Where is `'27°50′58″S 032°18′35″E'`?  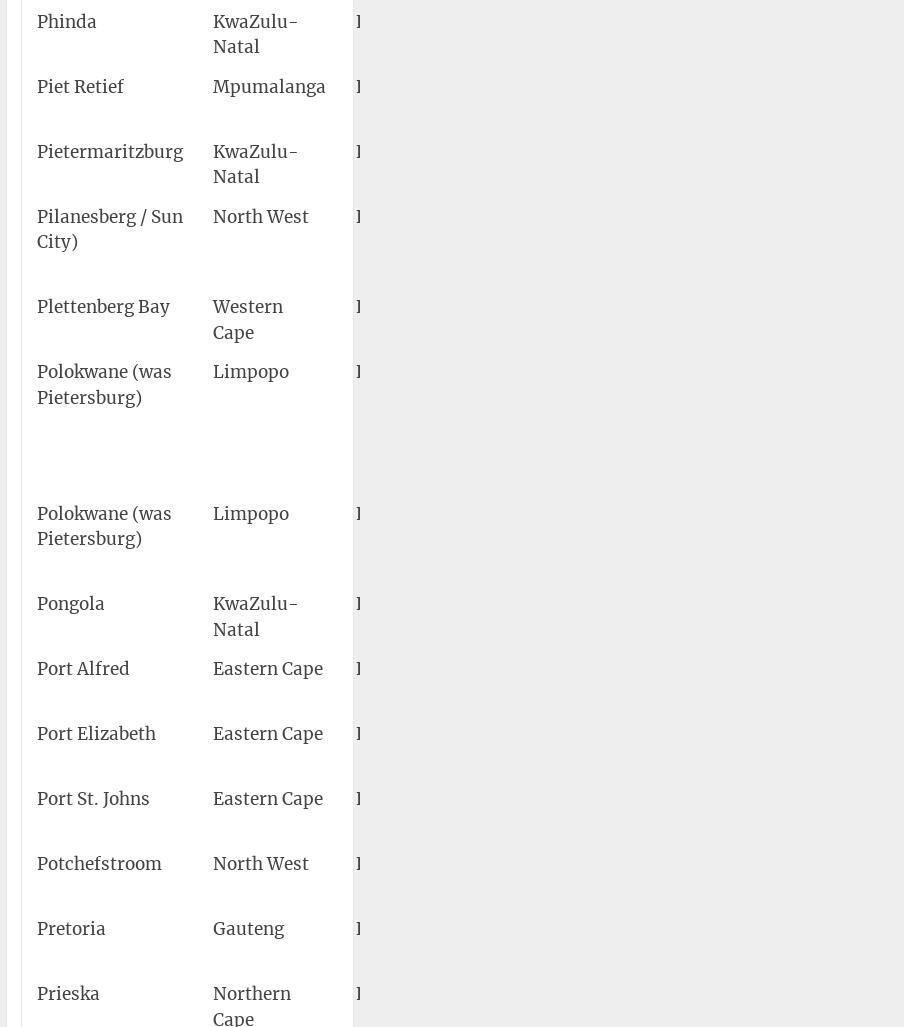
'27°50′58″S 032°18′35″E' is located at coordinates (748, 33).